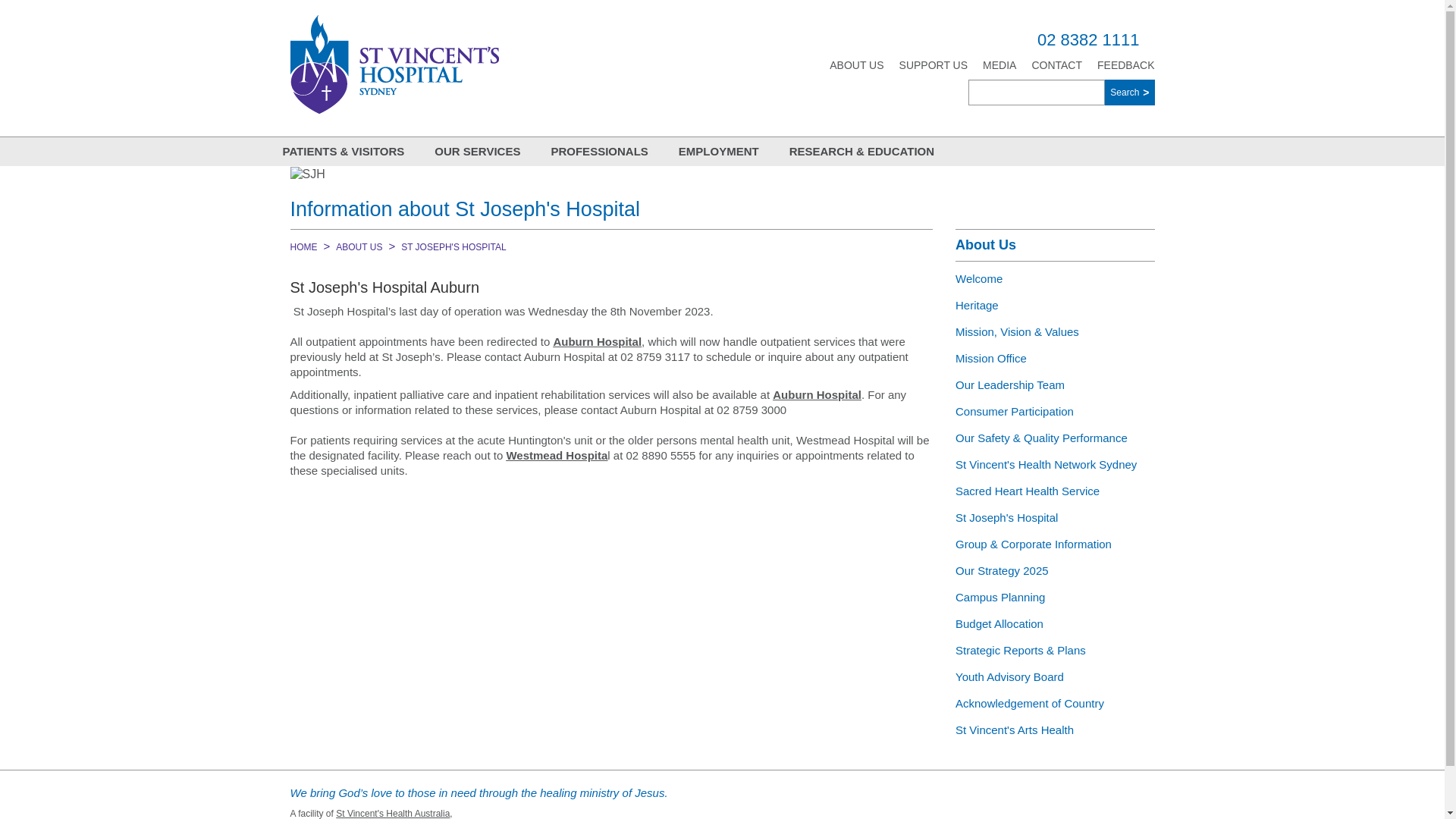 This screenshot has height=819, width=1456. Describe the element at coordinates (303, 246) in the screenshot. I see `'HOME'` at that location.